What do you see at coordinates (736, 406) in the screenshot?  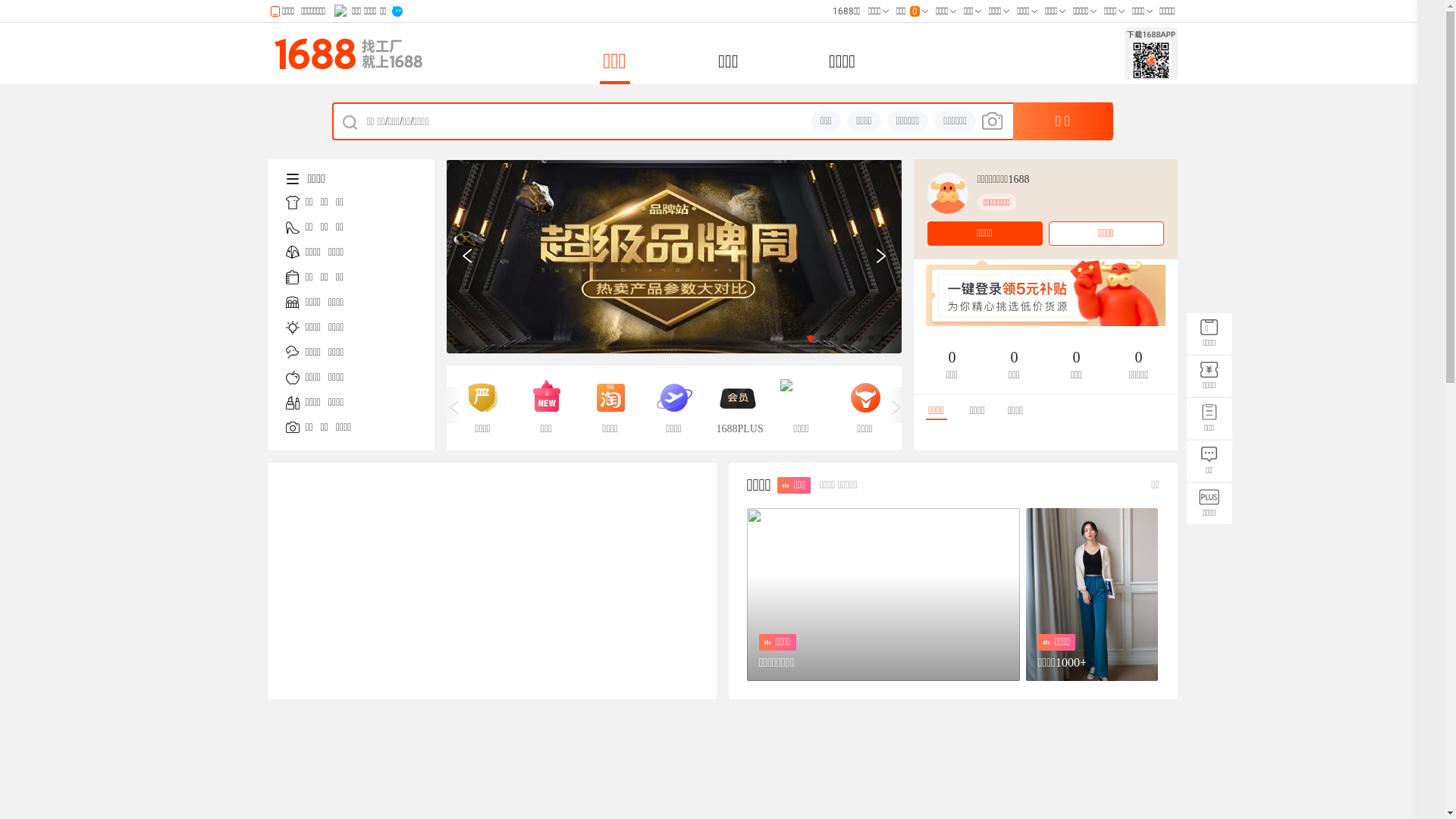 I see `'1688PLUS'` at bounding box center [736, 406].